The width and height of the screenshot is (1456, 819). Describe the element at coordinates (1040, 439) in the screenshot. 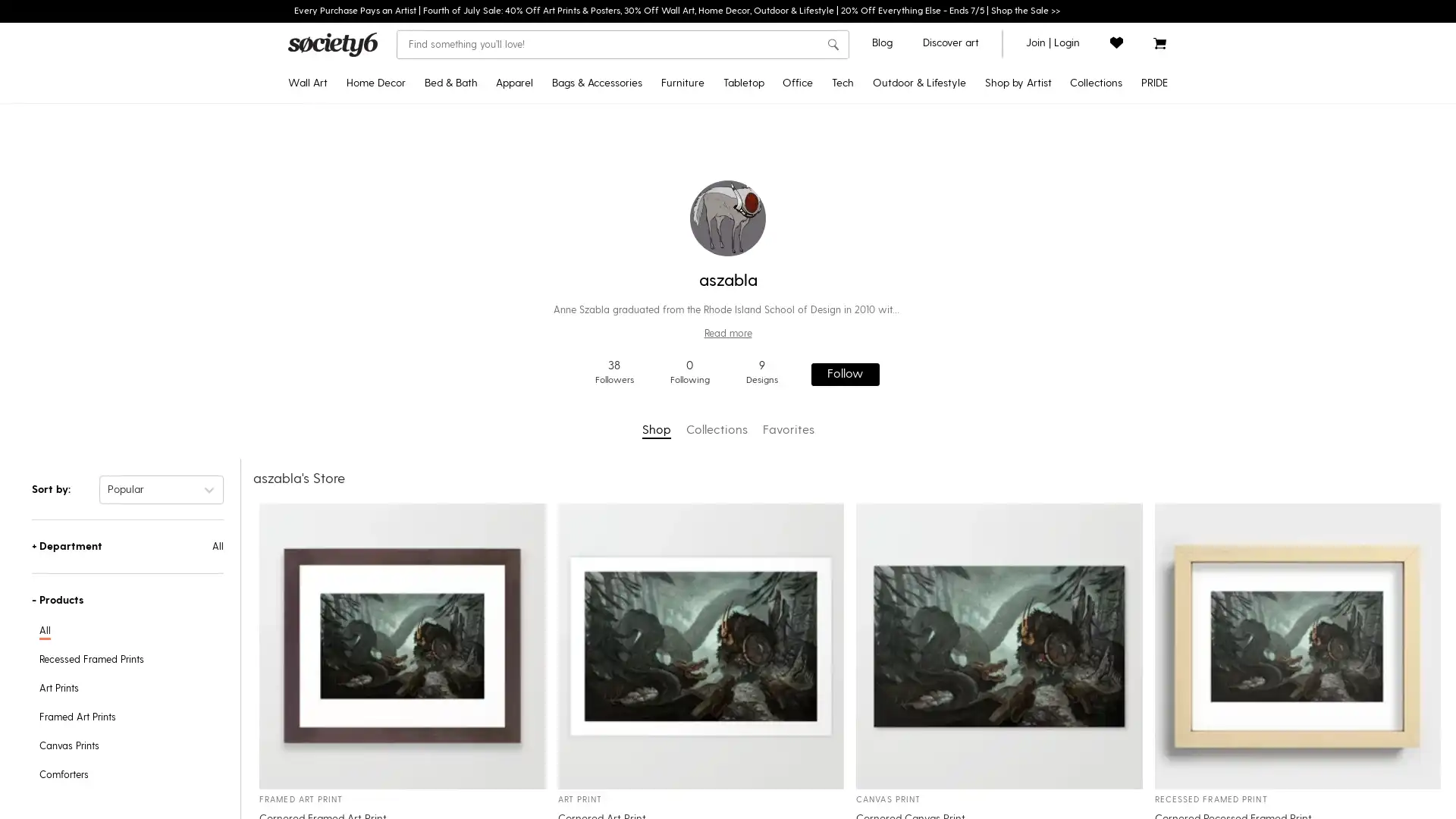

I see `All Collections` at that location.